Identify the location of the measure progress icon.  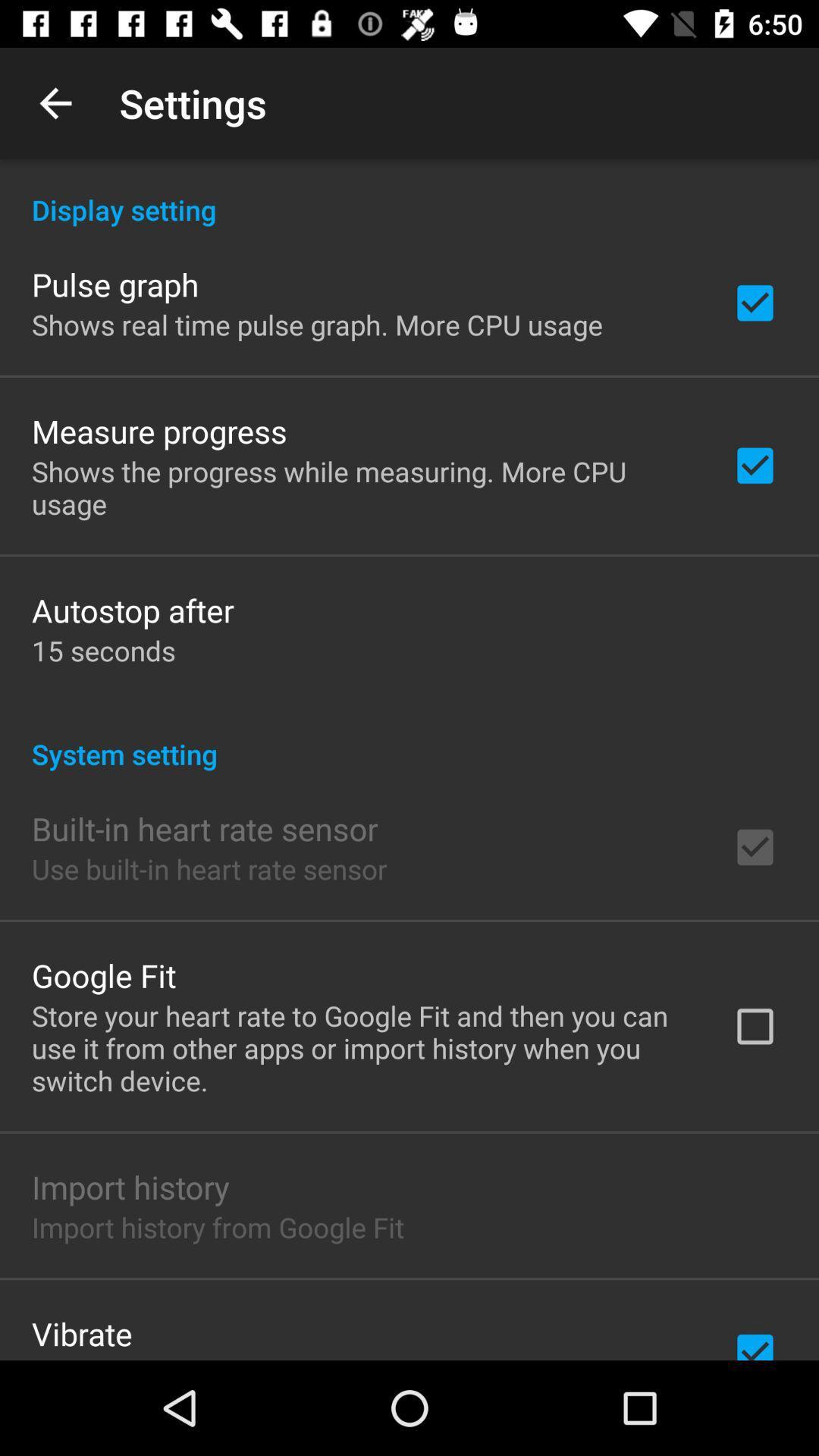
(159, 430).